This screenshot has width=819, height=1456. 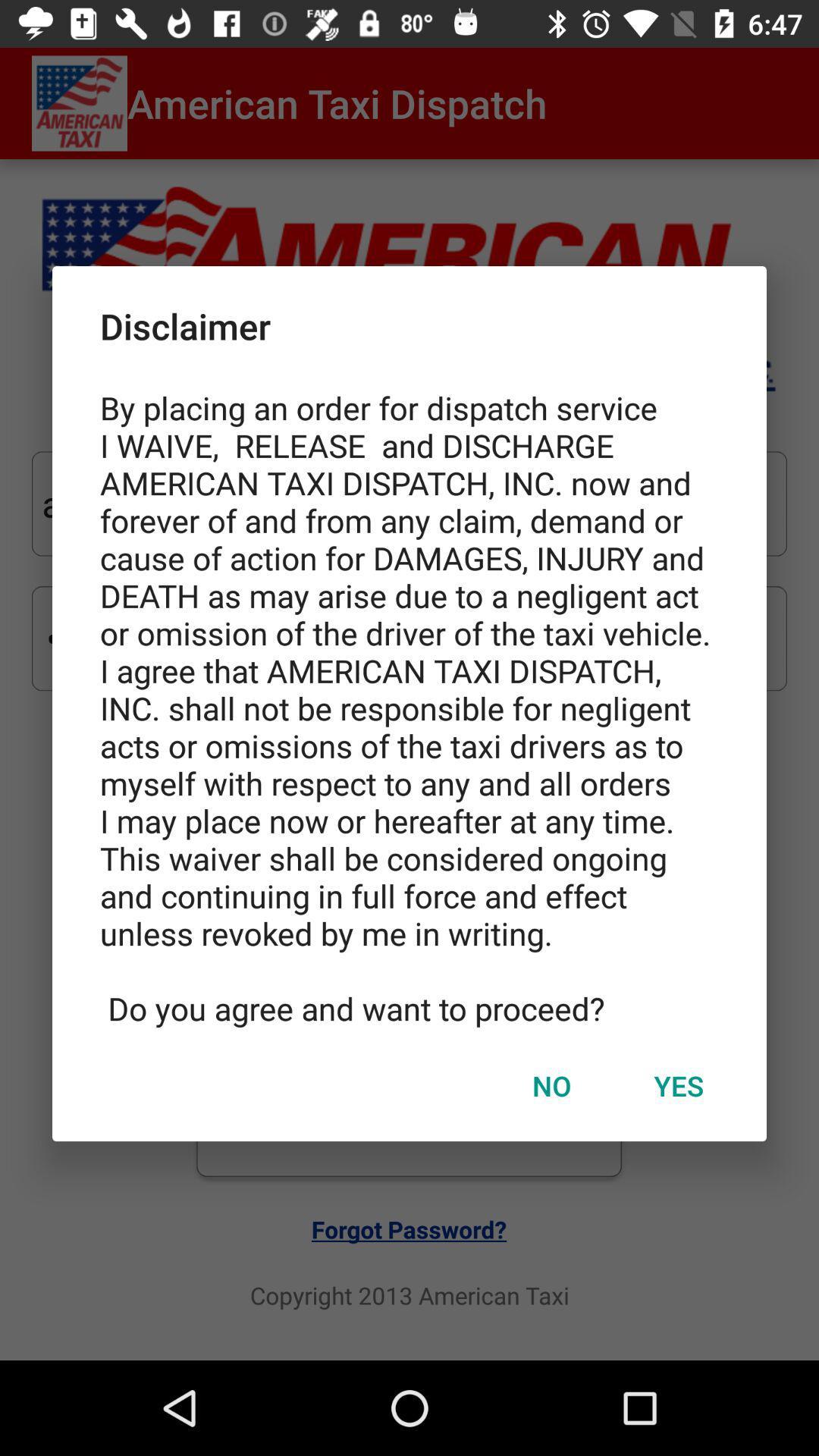 What do you see at coordinates (678, 1084) in the screenshot?
I see `yes icon` at bounding box center [678, 1084].